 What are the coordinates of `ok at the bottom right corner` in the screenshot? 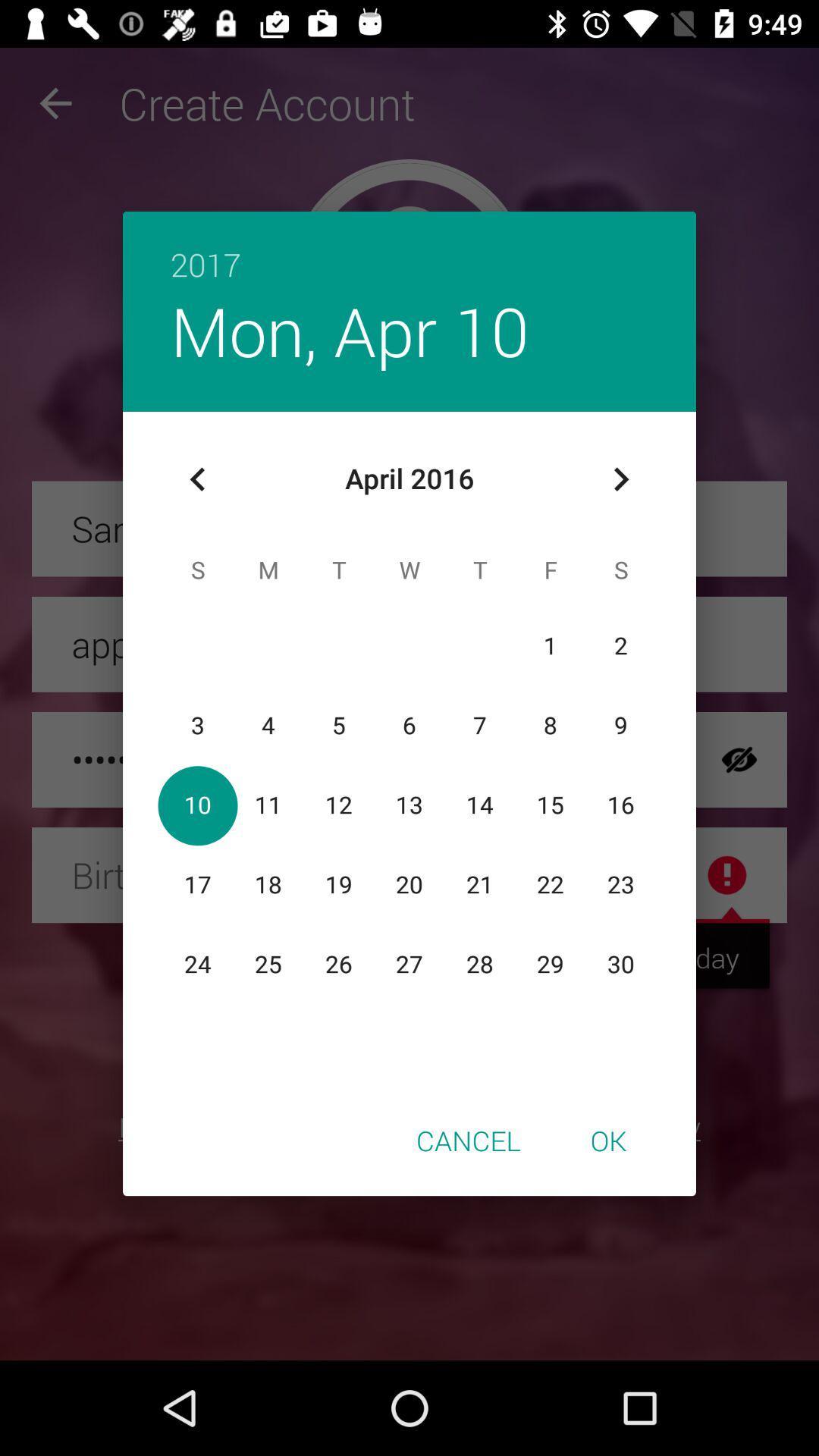 It's located at (607, 1140).